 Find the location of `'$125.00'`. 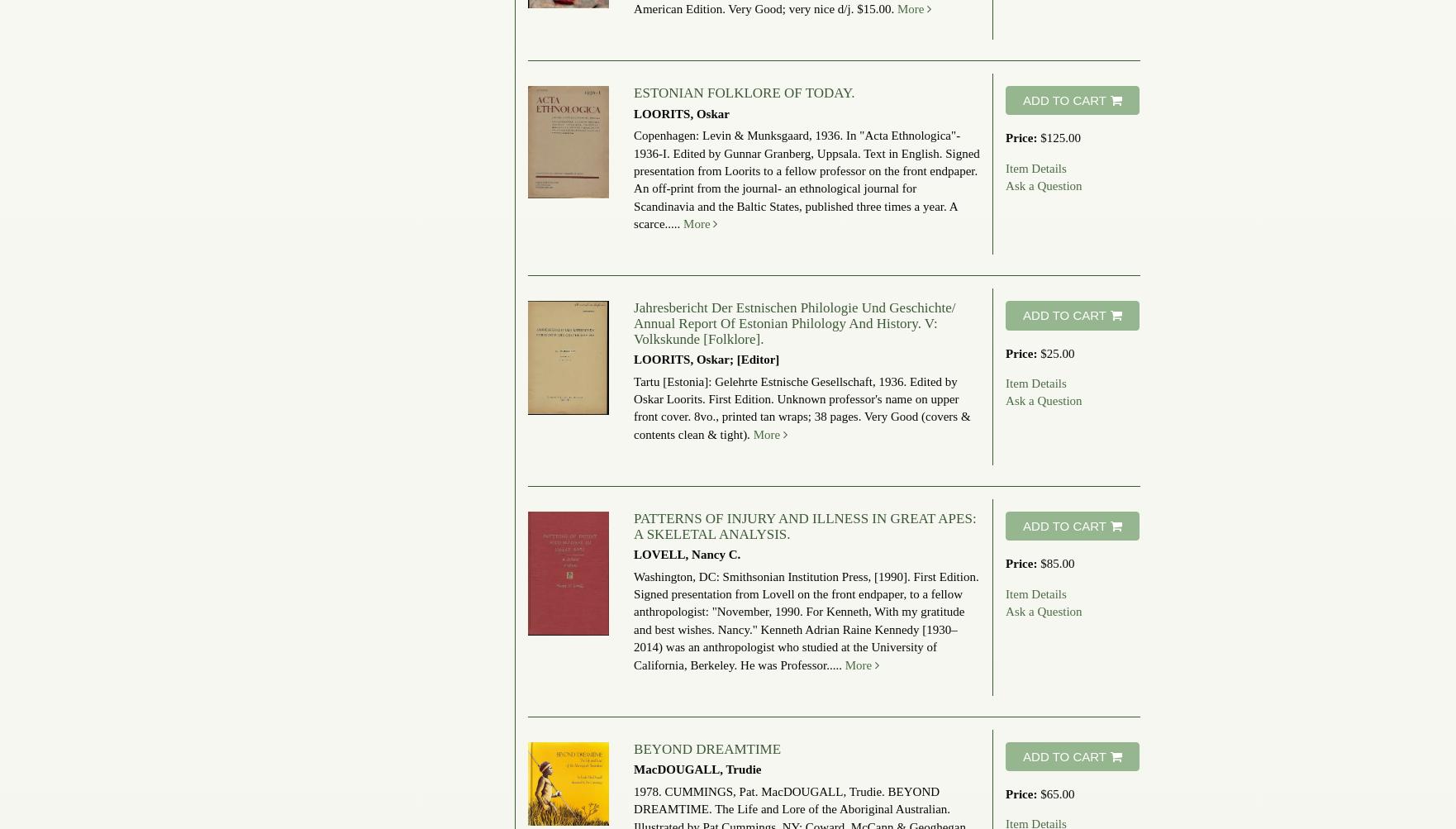

'$125.00' is located at coordinates (1059, 136).